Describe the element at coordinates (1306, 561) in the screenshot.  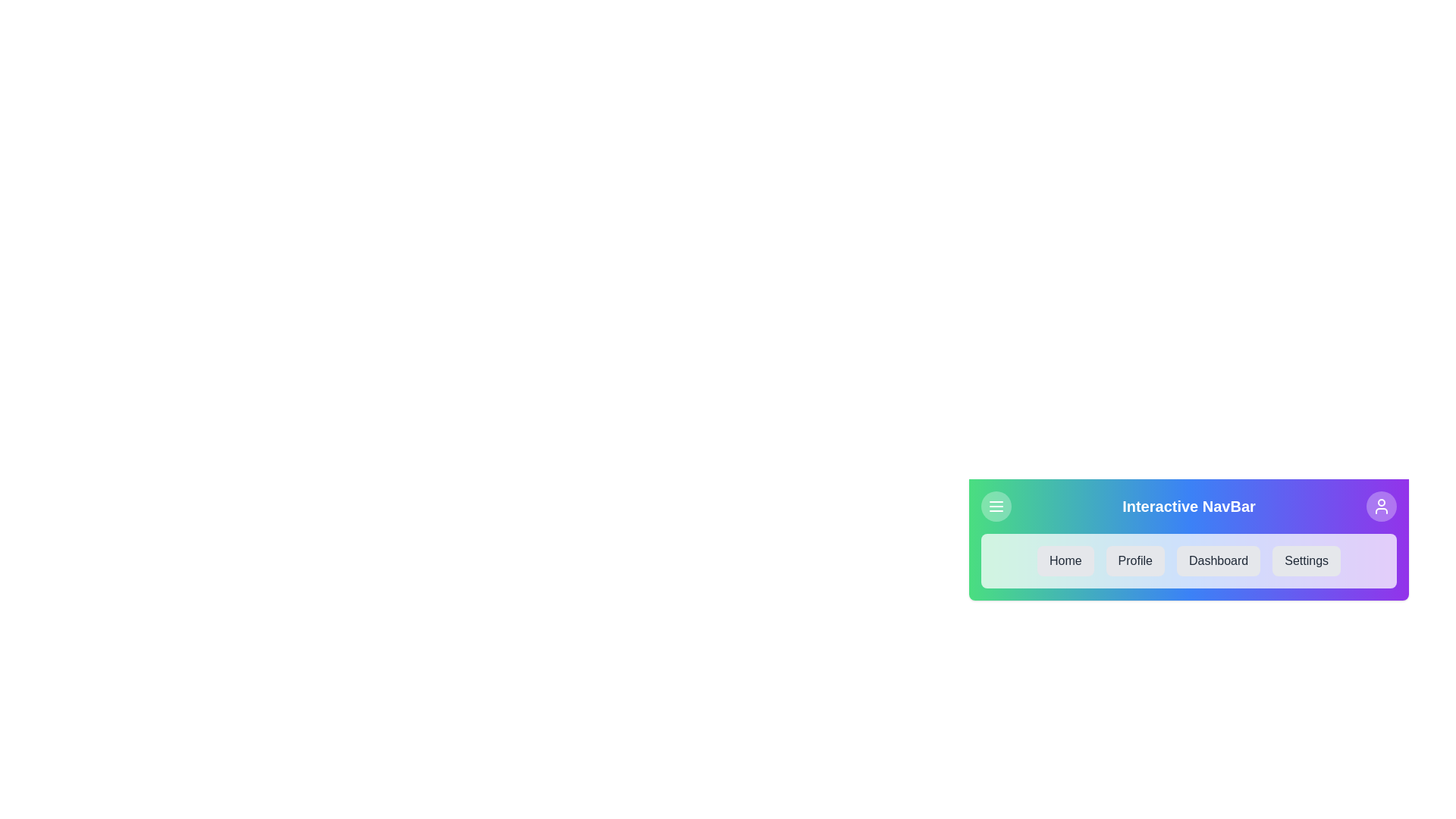
I see `the navigation link labeled Settings` at that location.